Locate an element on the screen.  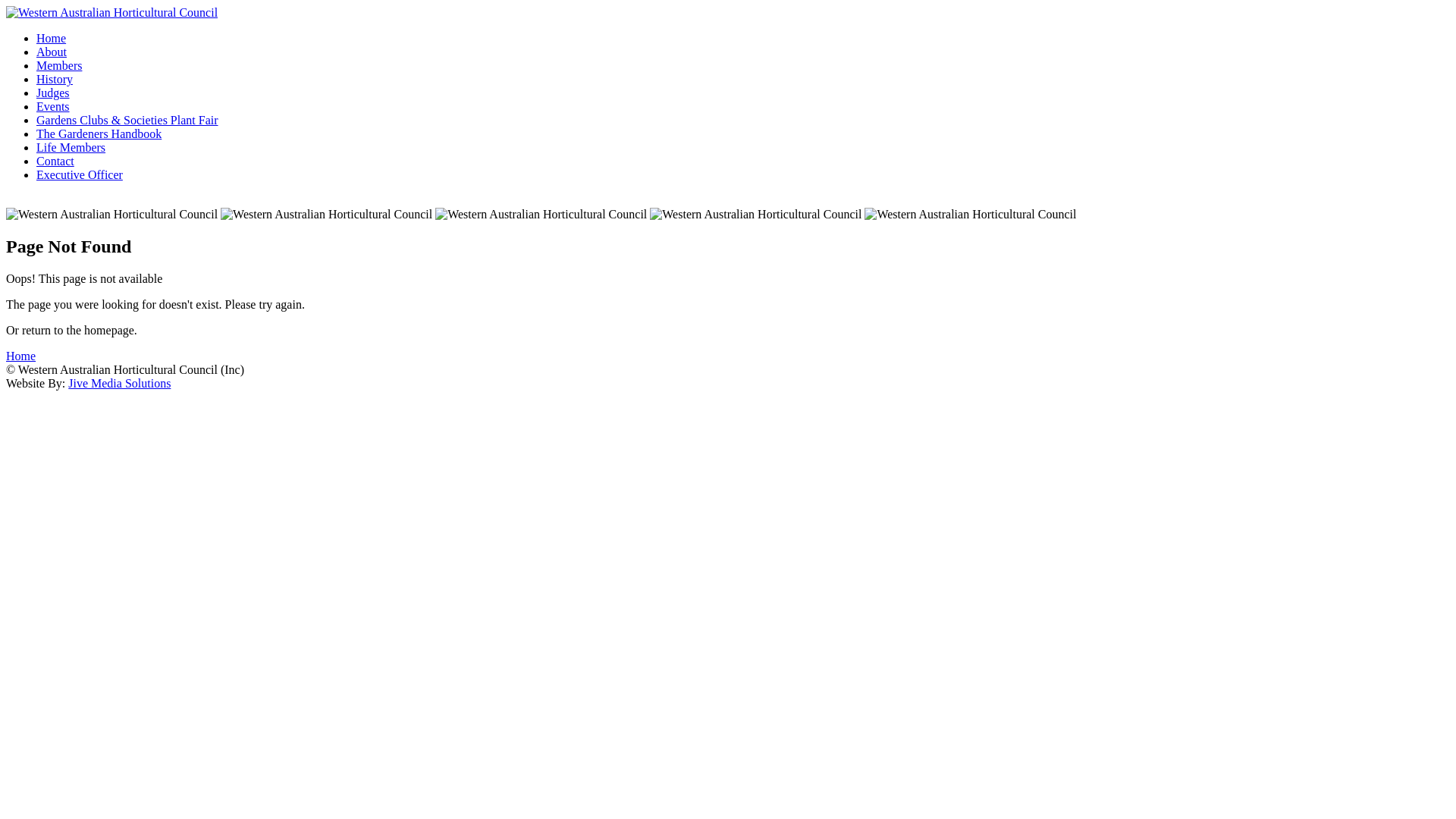
'Members' is located at coordinates (58, 64).